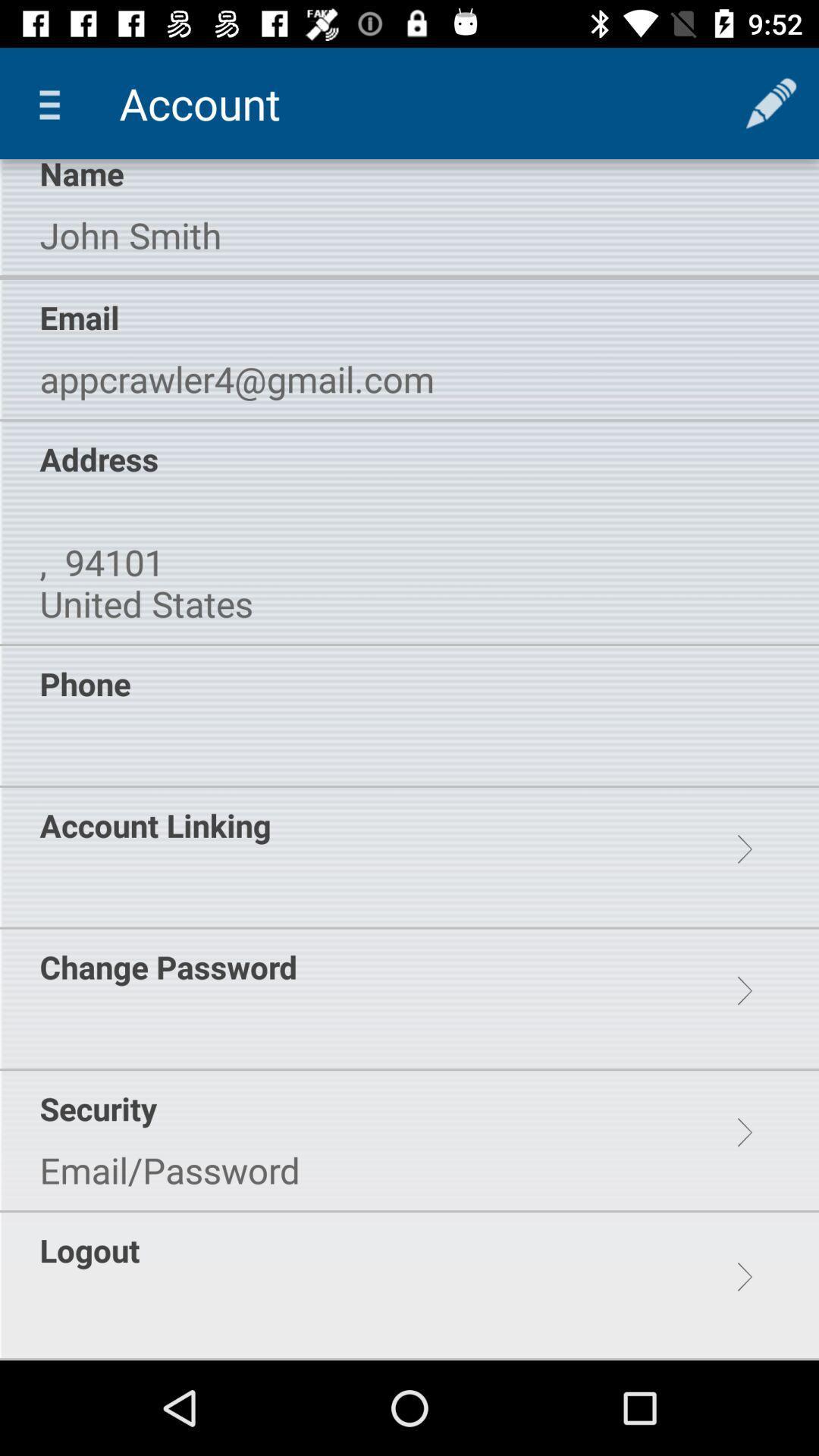  I want to click on the arrow_forward icon, so click(744, 1132).